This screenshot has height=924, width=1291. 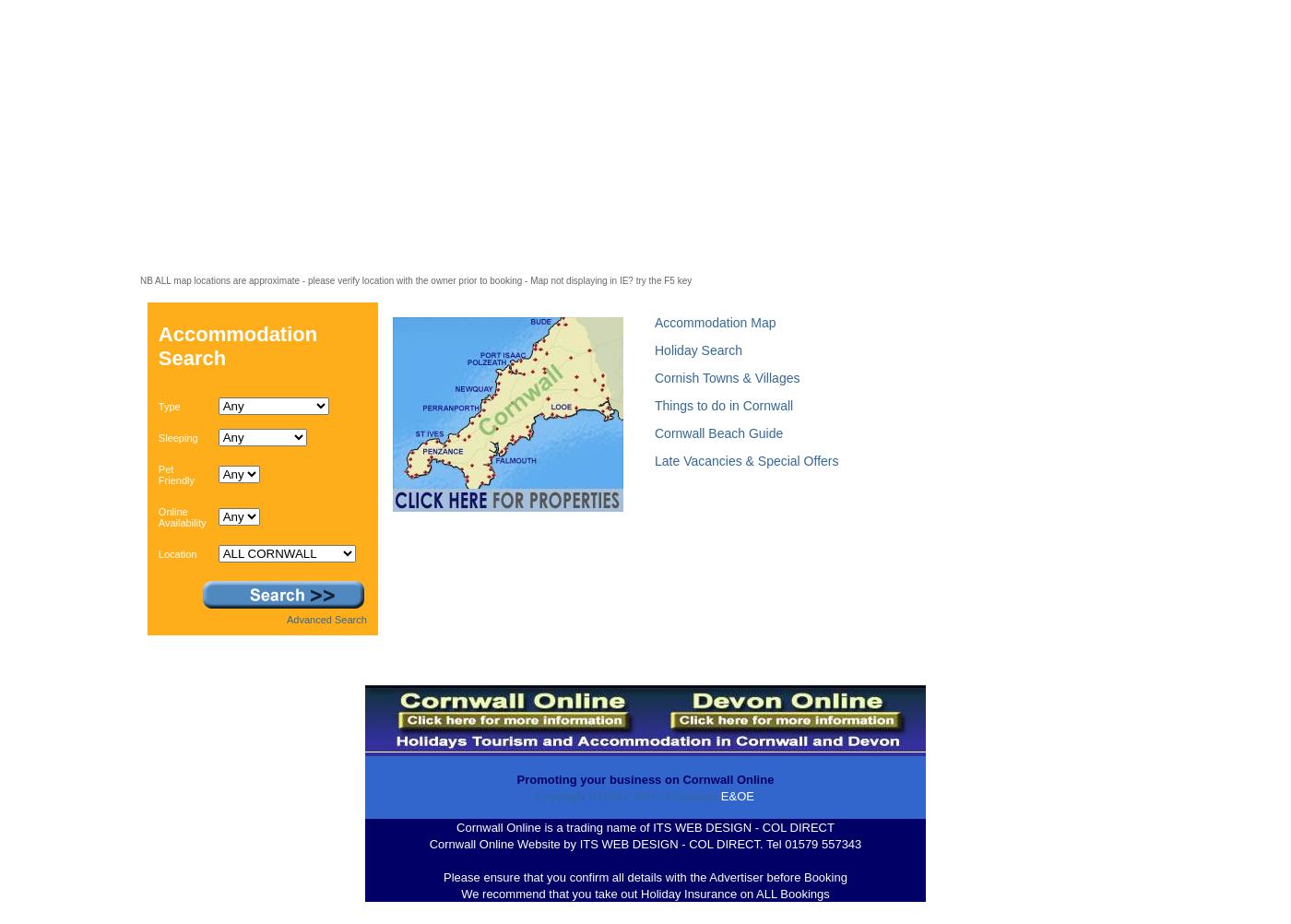 What do you see at coordinates (735, 795) in the screenshot?
I see `'E&OE'` at bounding box center [735, 795].